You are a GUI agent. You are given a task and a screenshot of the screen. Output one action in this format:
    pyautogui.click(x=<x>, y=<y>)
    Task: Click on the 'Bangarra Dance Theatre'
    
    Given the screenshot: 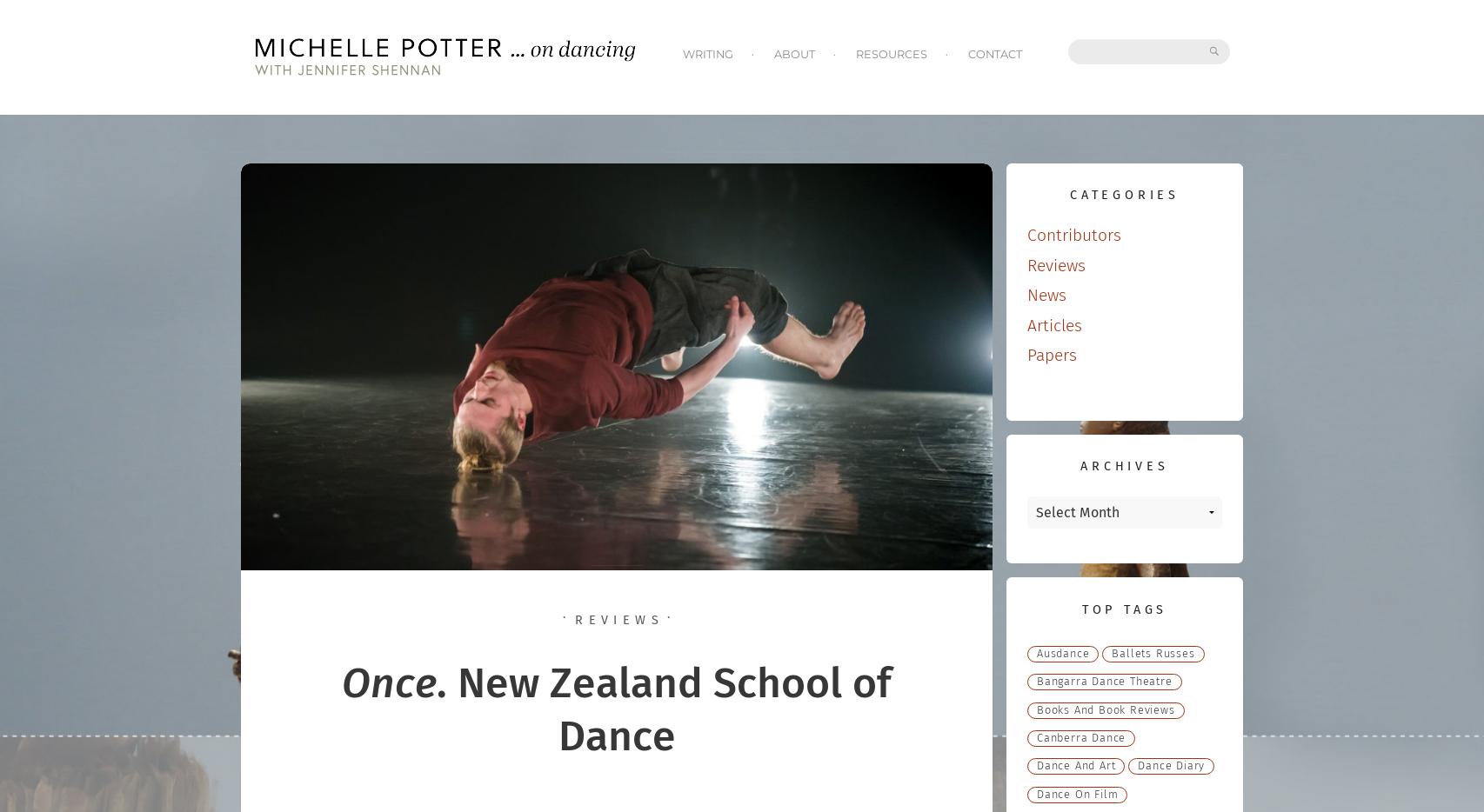 What is the action you would take?
    pyautogui.click(x=1104, y=681)
    